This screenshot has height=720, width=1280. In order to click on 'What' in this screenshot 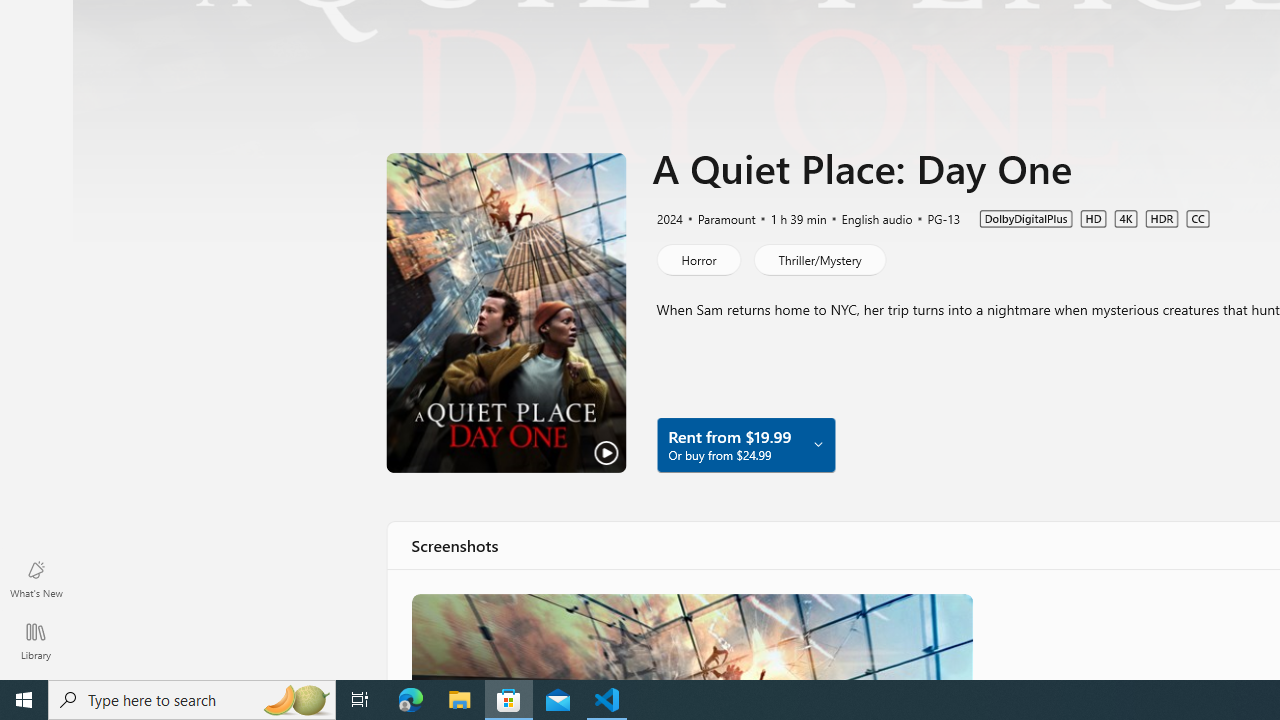, I will do `click(35, 578)`.